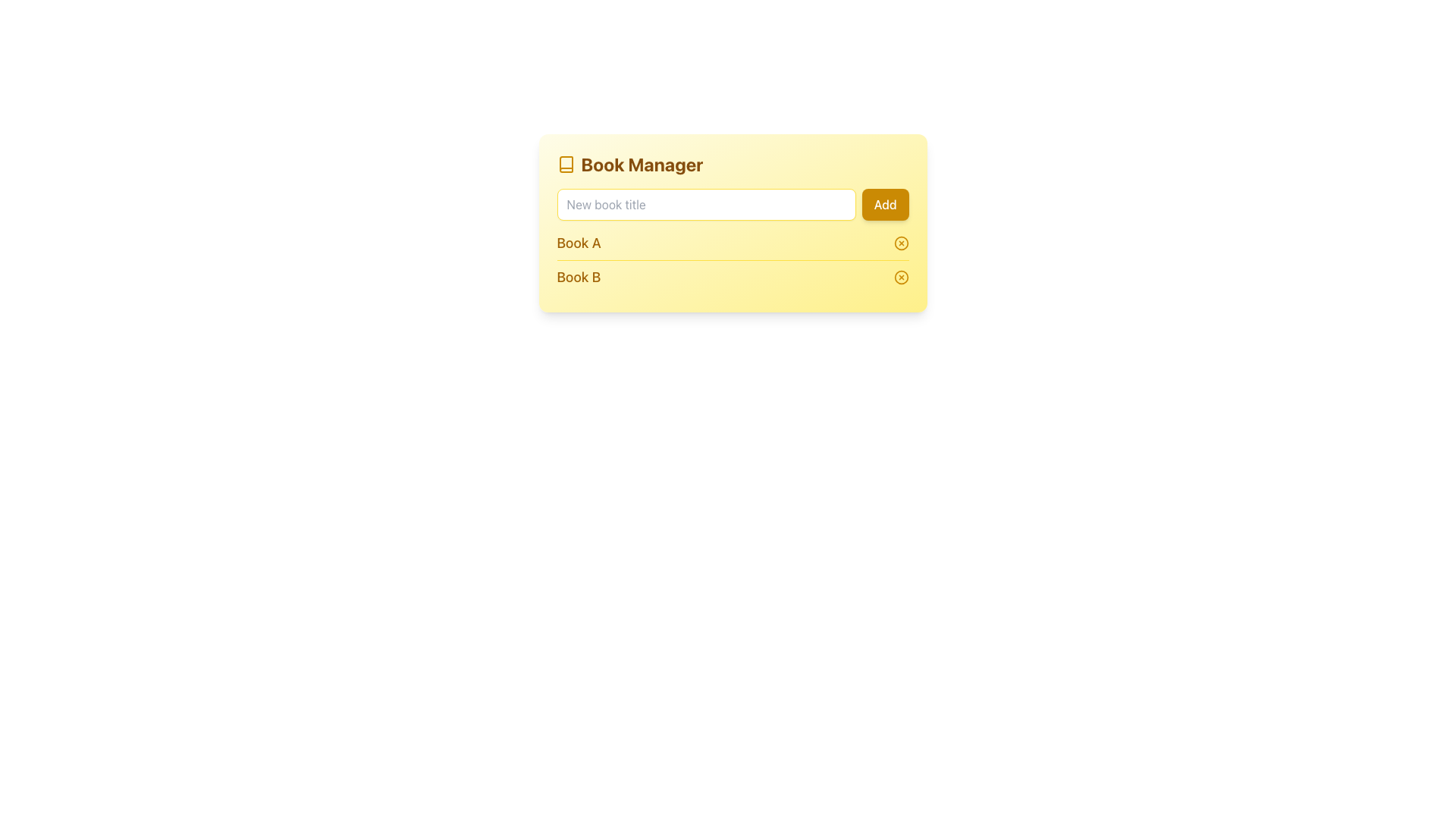 The image size is (1456, 819). Describe the element at coordinates (901, 278) in the screenshot. I see `the circular part of the dismiss or close icon for the 'Book B' entry, located on the right side of the second item in the visible list` at that location.